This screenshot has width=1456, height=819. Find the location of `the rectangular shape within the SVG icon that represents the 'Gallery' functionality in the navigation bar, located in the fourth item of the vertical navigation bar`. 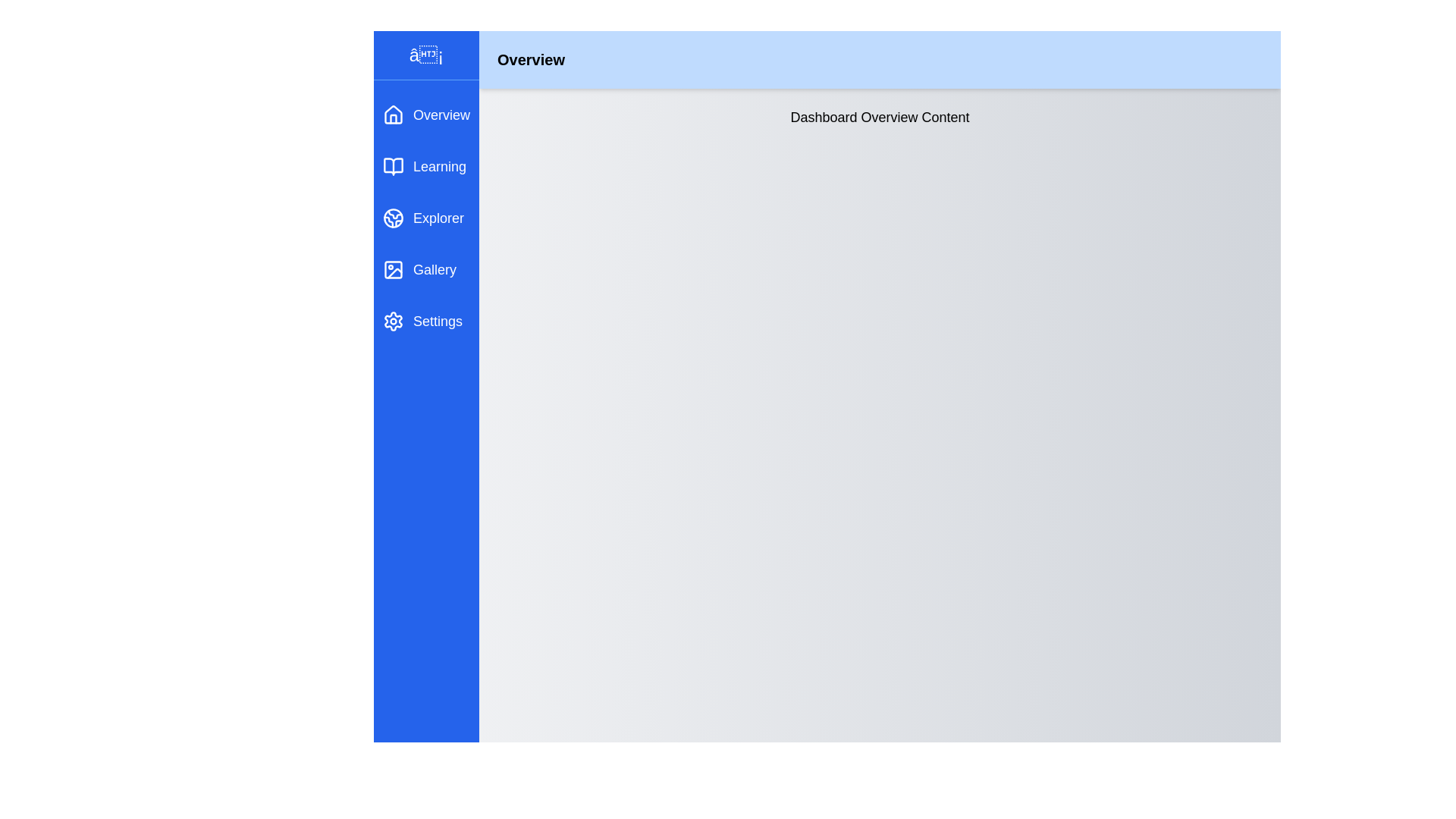

the rectangular shape within the SVG icon that represents the 'Gallery' functionality in the navigation bar, located in the fourth item of the vertical navigation bar is located at coordinates (393, 268).